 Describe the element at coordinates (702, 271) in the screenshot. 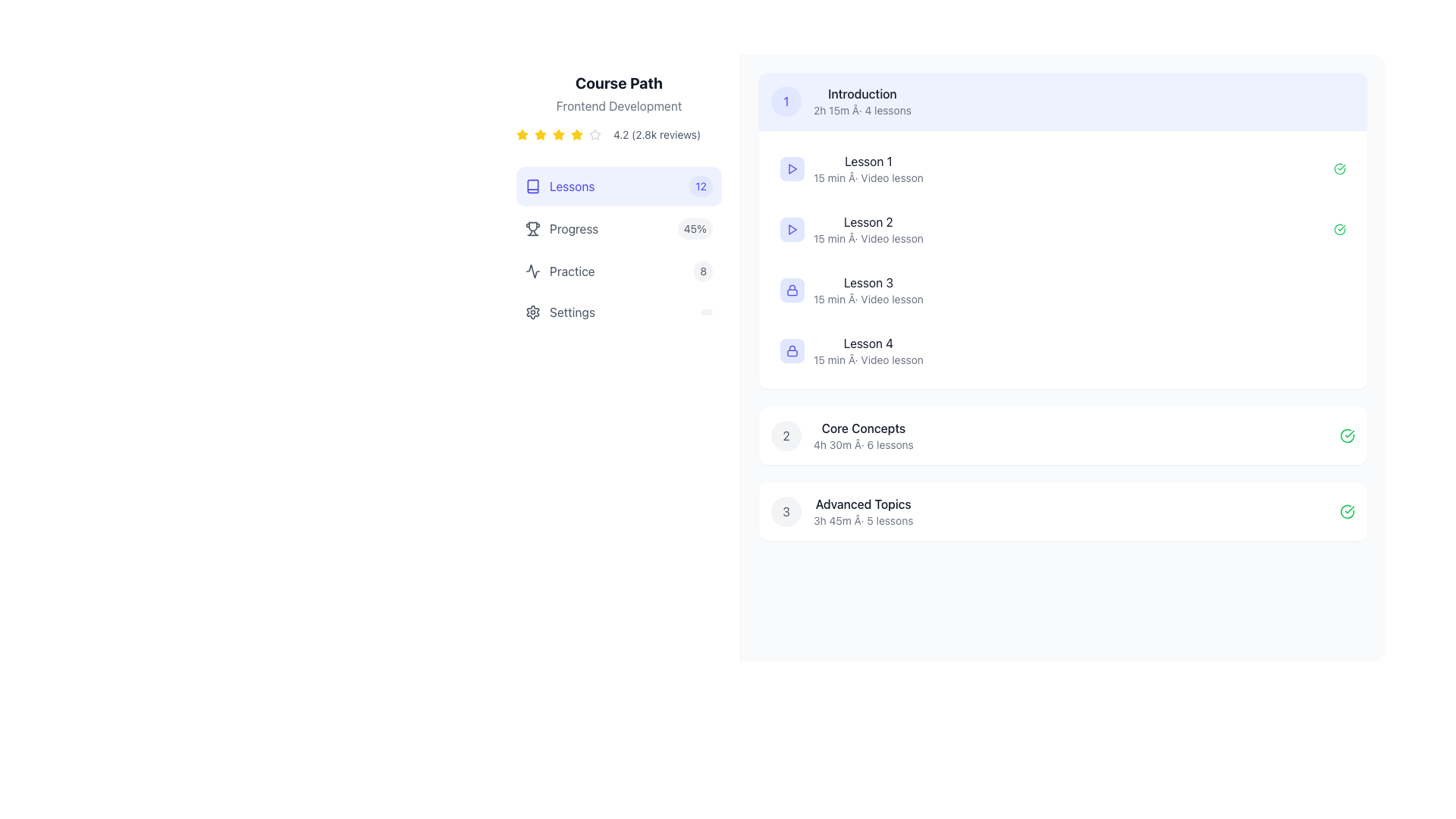

I see `the badge or counter representing the numerical value associated with the 'Practice' feature` at that location.